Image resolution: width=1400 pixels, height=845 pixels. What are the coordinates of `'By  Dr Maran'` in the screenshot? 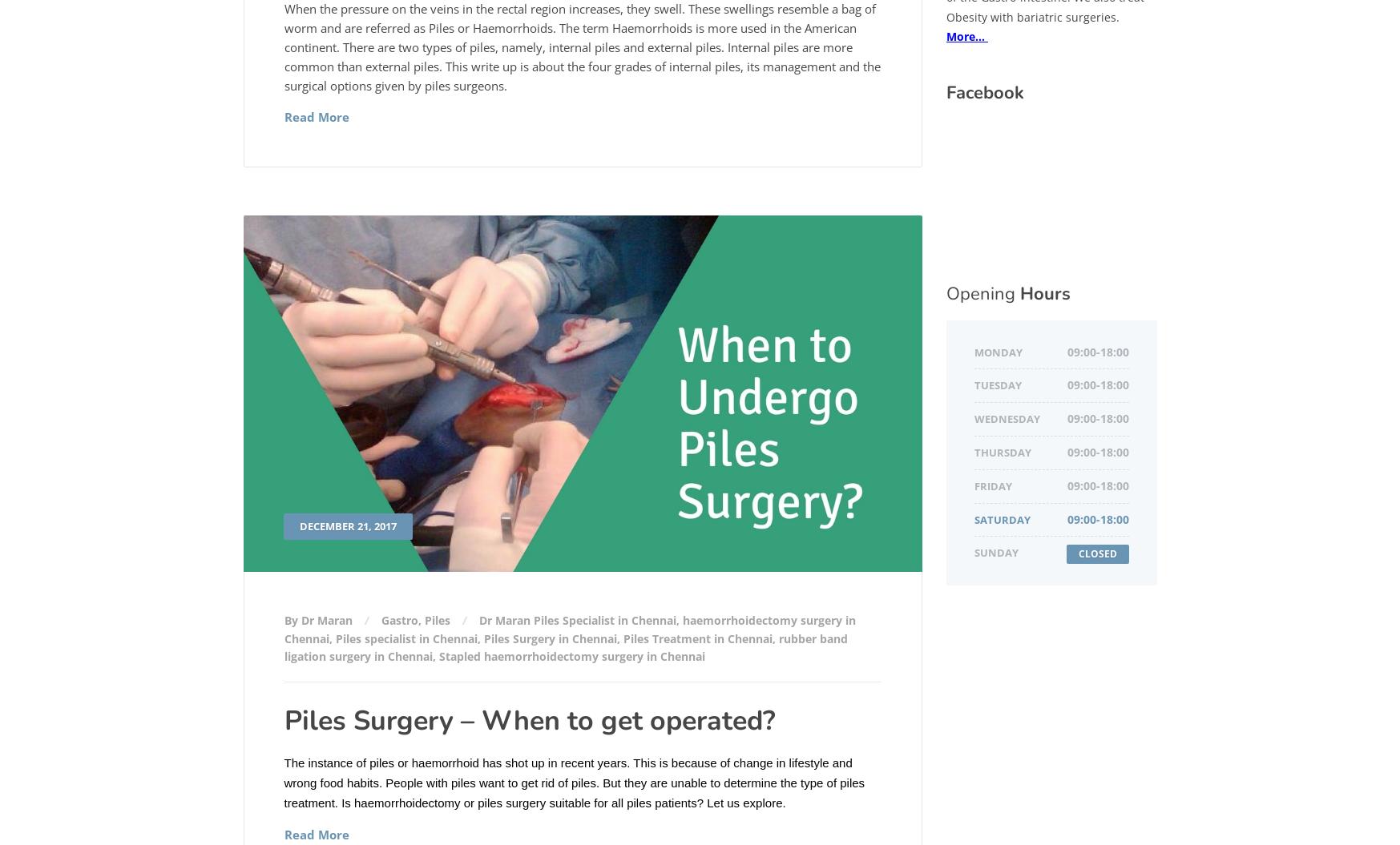 It's located at (319, 619).